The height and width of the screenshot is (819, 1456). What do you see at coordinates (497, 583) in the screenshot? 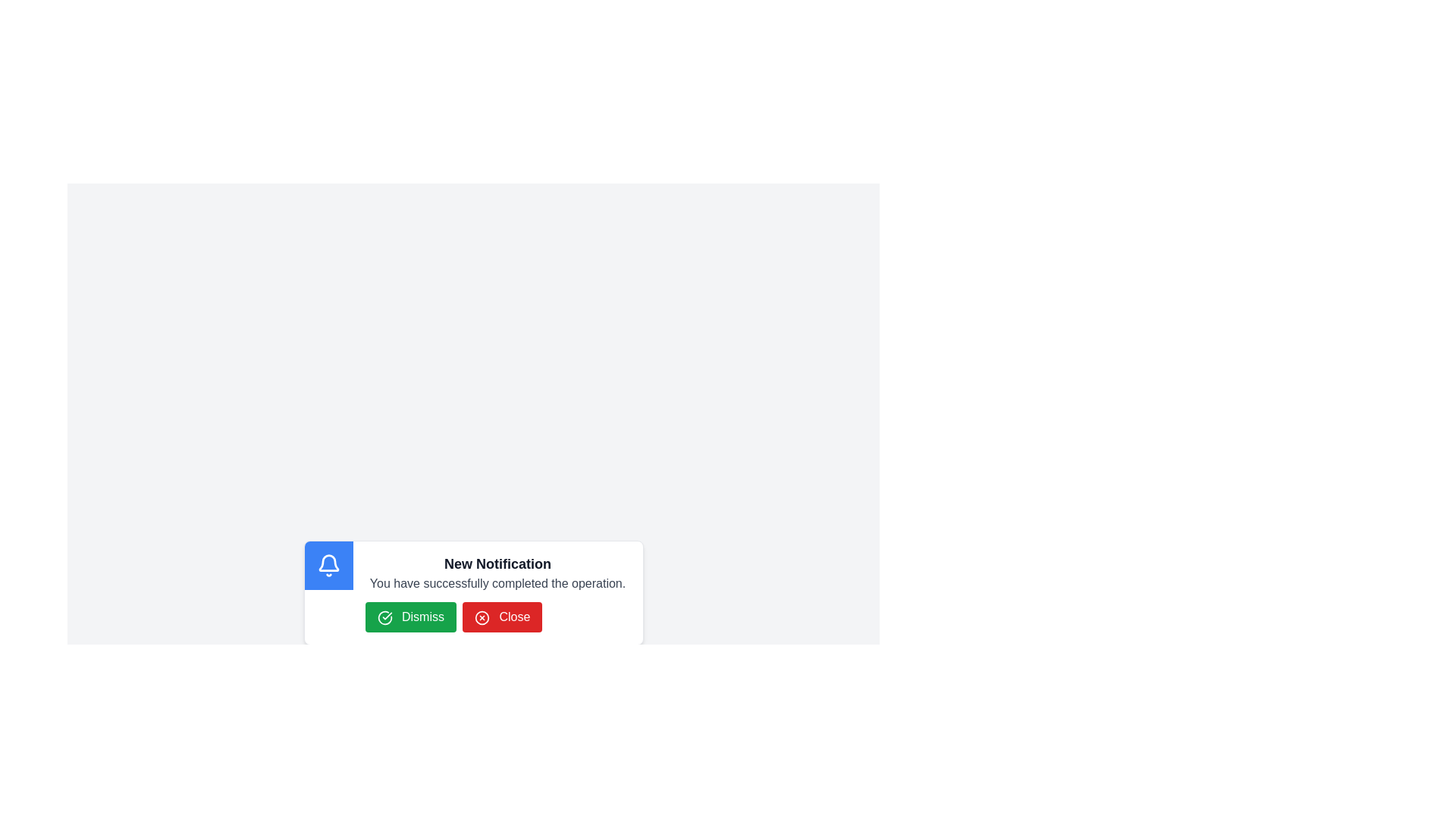
I see `the textual notification message that reads 'You have successfully completed the operation.' located below the title 'New Notification.'` at bounding box center [497, 583].